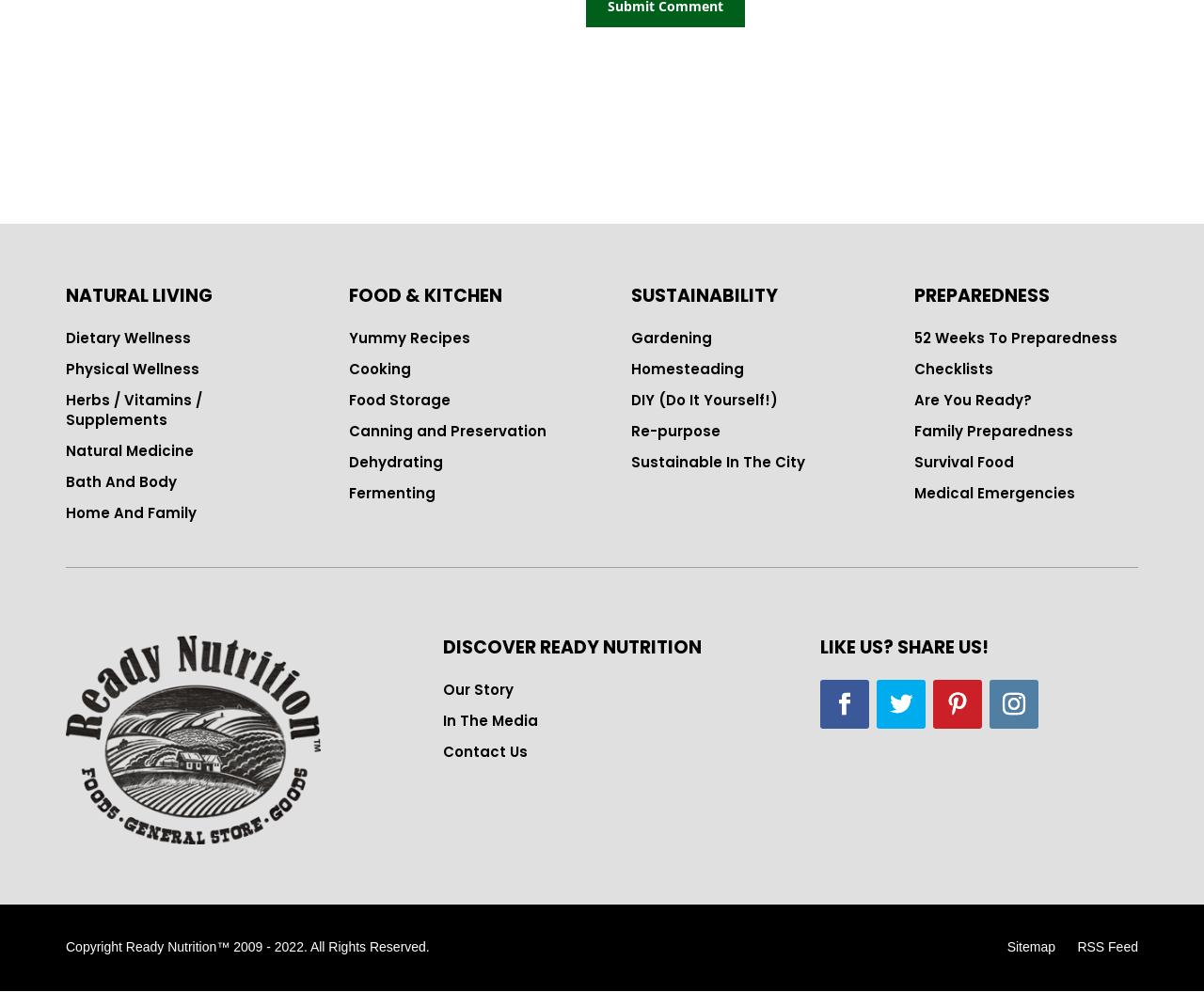  I want to click on 'PREPAREDNESS', so click(979, 295).